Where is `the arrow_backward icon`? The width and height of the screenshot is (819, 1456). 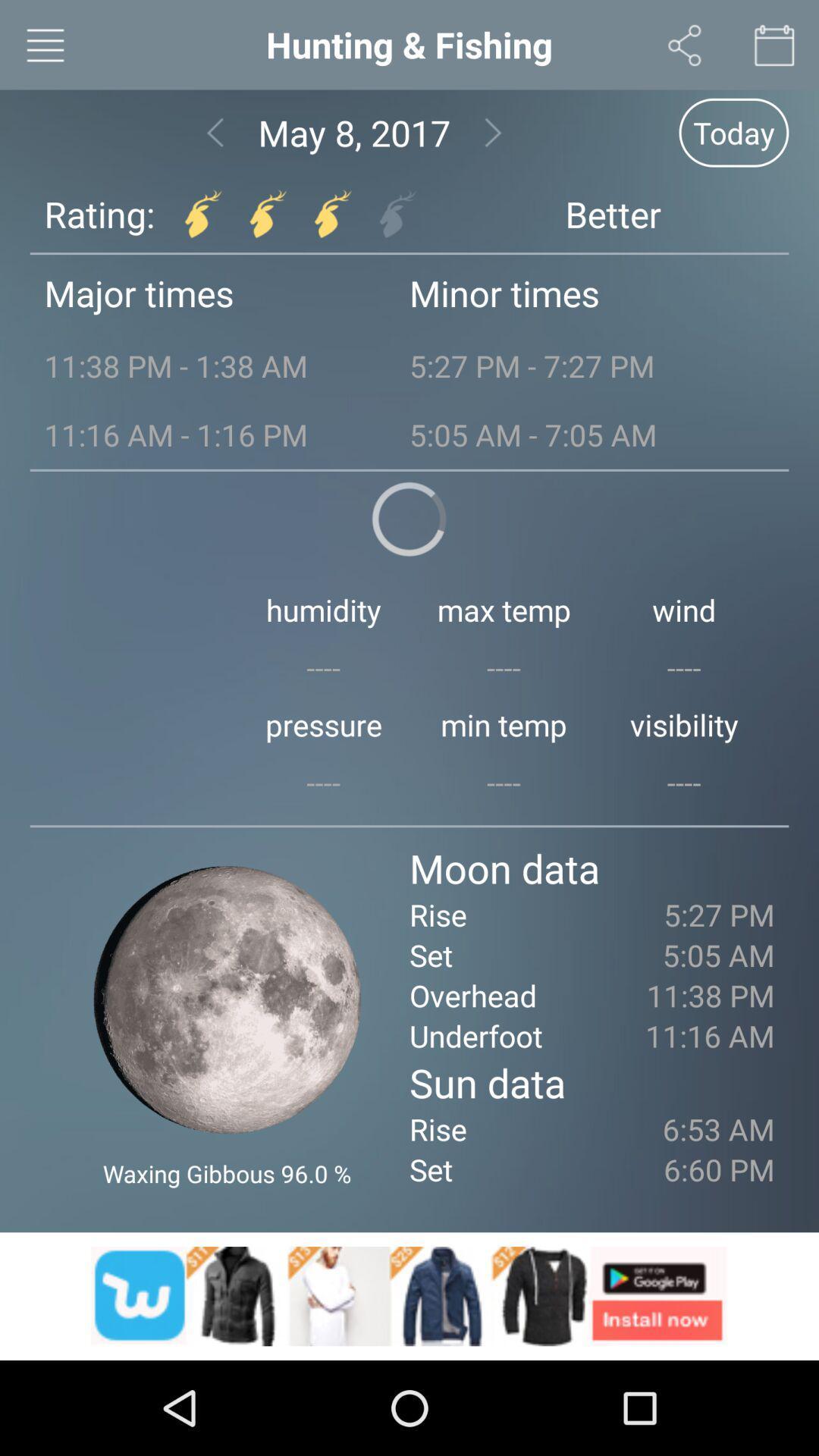 the arrow_backward icon is located at coordinates (215, 142).